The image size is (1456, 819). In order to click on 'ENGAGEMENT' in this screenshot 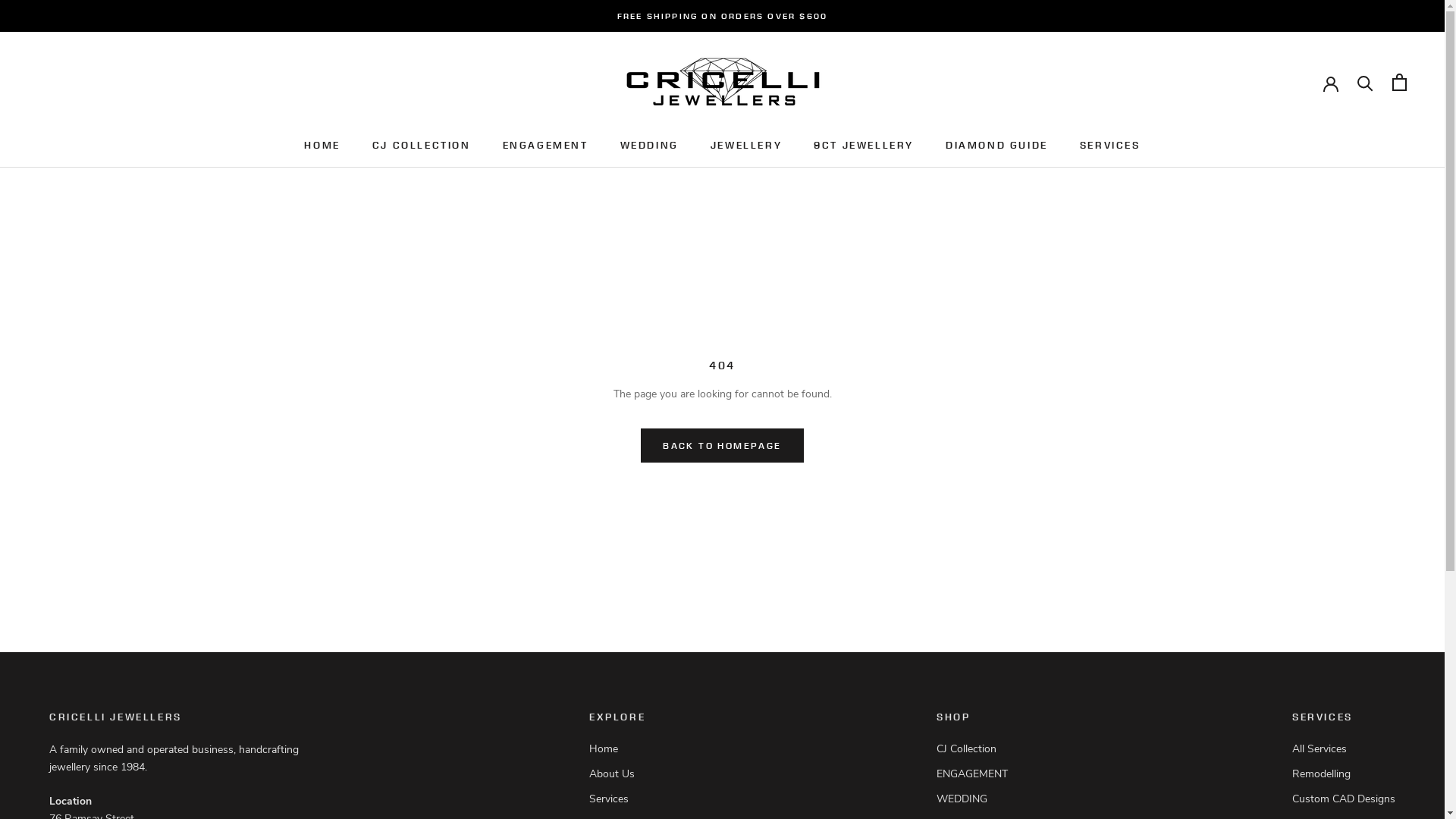, I will do `click(502, 145)`.